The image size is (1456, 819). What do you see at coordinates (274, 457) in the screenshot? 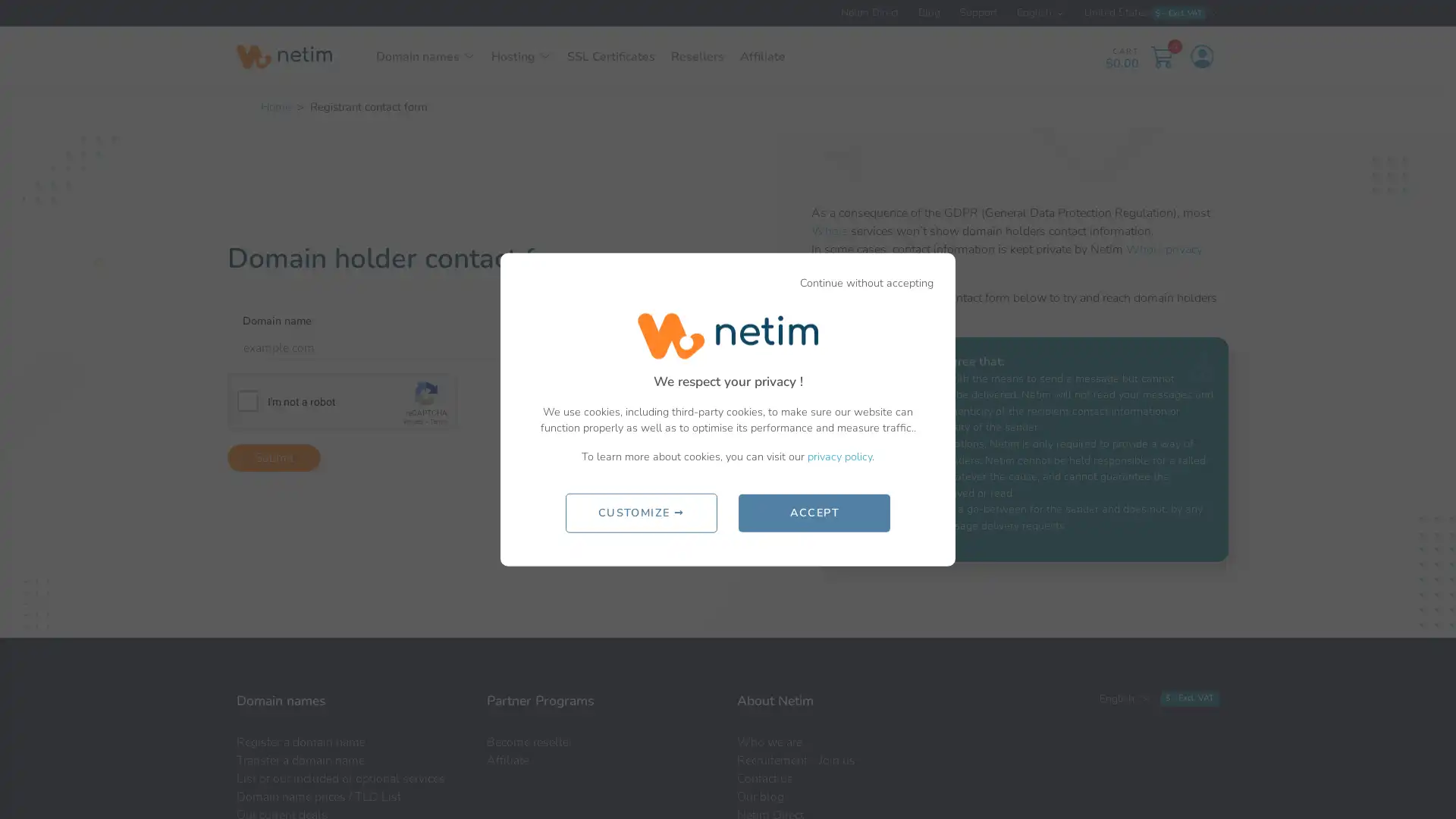
I see `Submit` at bounding box center [274, 457].